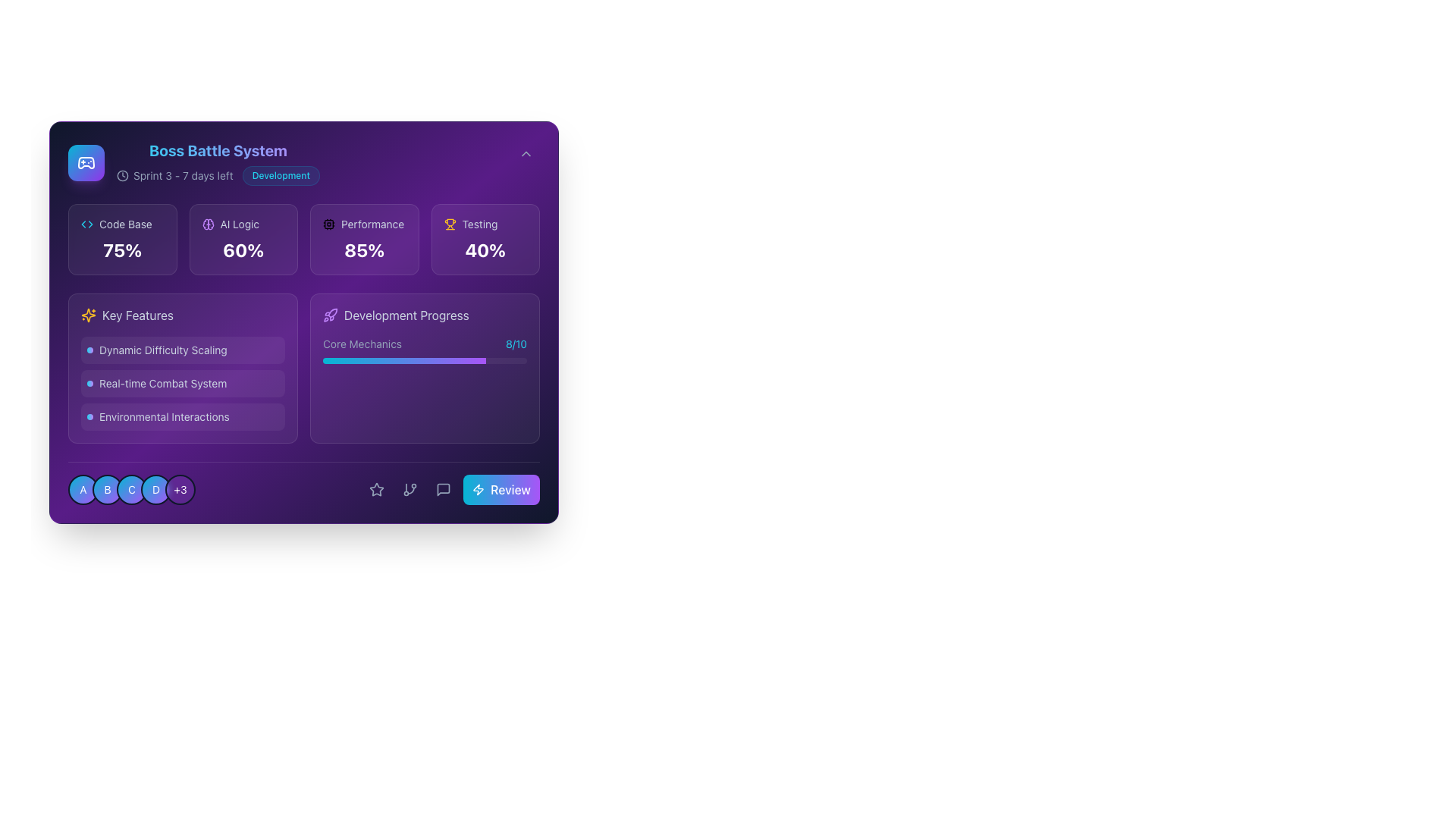  What do you see at coordinates (122, 249) in the screenshot?
I see `the numeric percentage value text label styled in bold white font within the 'Code Base' card` at bounding box center [122, 249].